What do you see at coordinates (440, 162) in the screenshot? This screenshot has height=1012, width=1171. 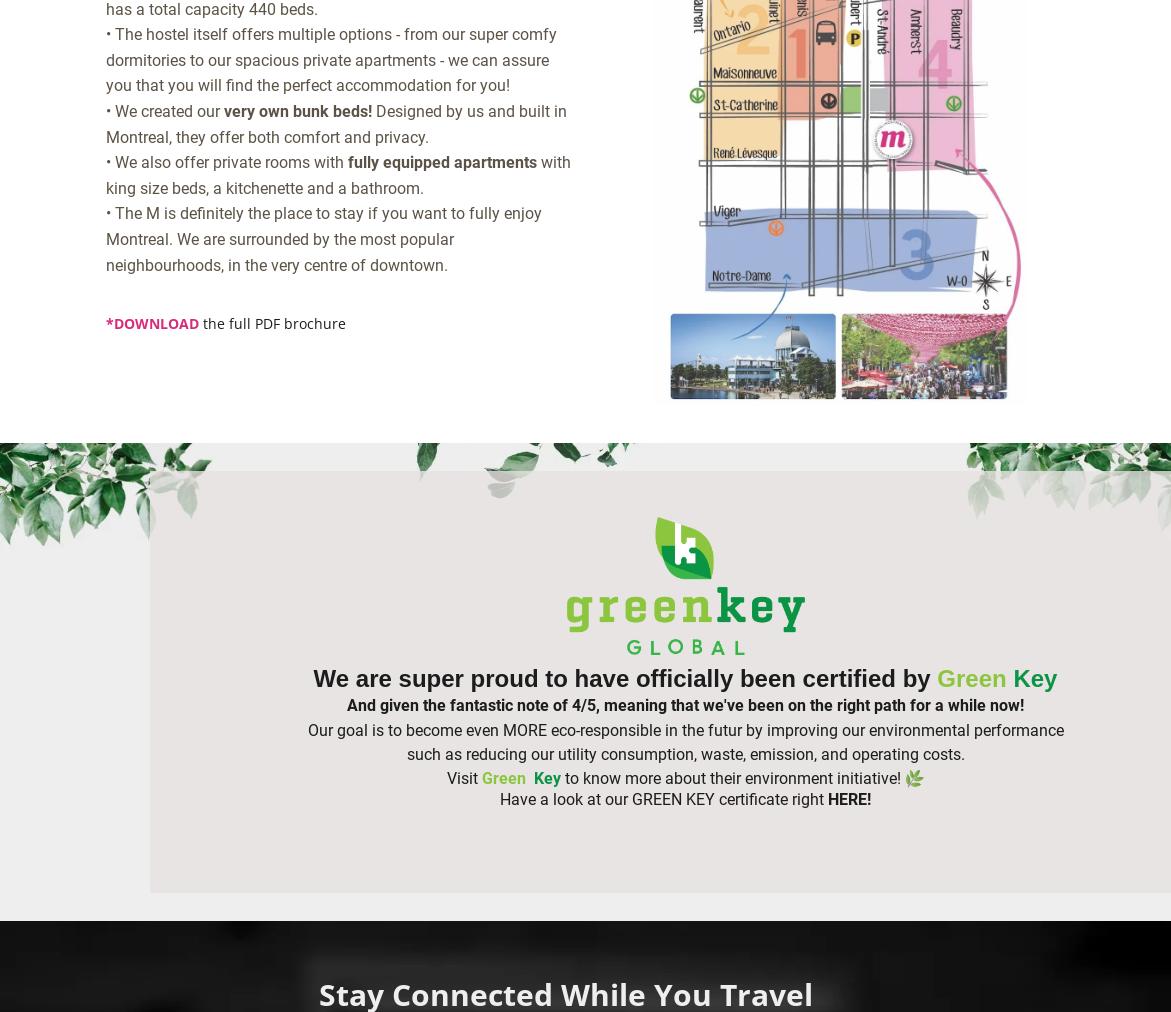 I see `'fully equipped apartments'` at bounding box center [440, 162].